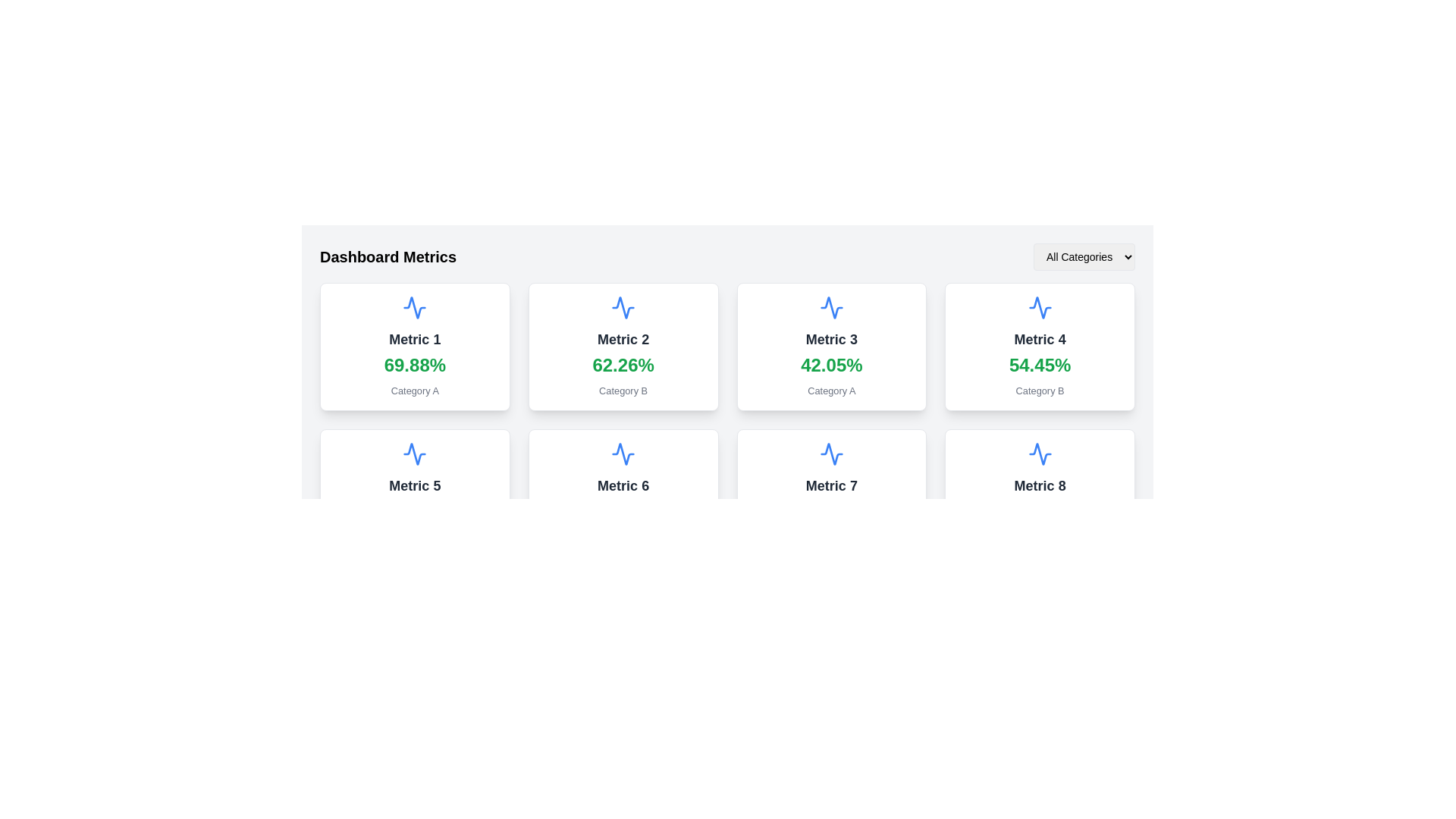 This screenshot has width=1456, height=819. What do you see at coordinates (623, 453) in the screenshot?
I see `the blue wave or pulse icon within the card labeled 'Metric 6', which is located in the second row and second column of the grid layout` at bounding box center [623, 453].